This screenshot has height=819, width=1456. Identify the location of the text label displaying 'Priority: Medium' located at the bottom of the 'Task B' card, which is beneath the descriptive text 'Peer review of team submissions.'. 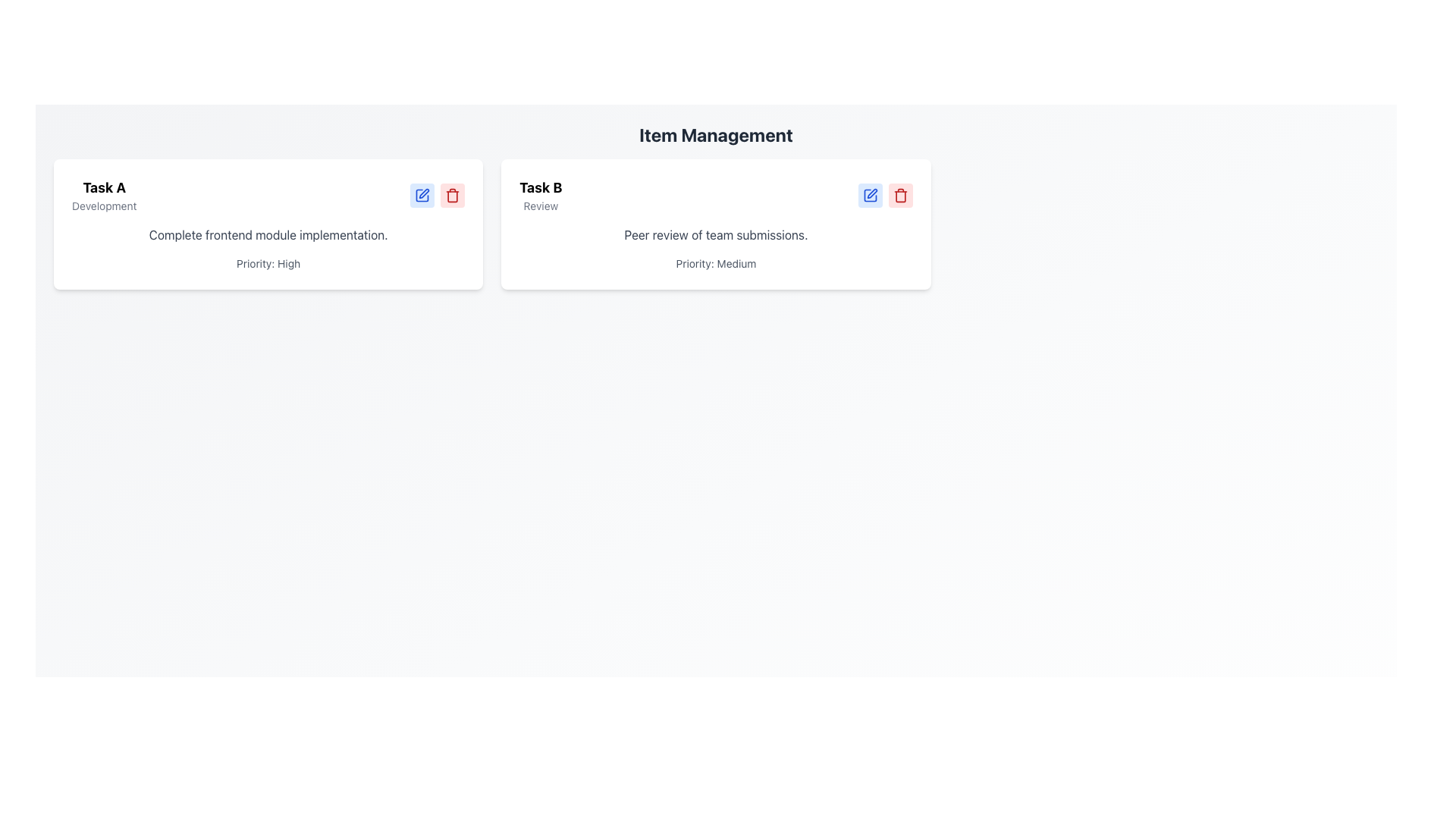
(715, 262).